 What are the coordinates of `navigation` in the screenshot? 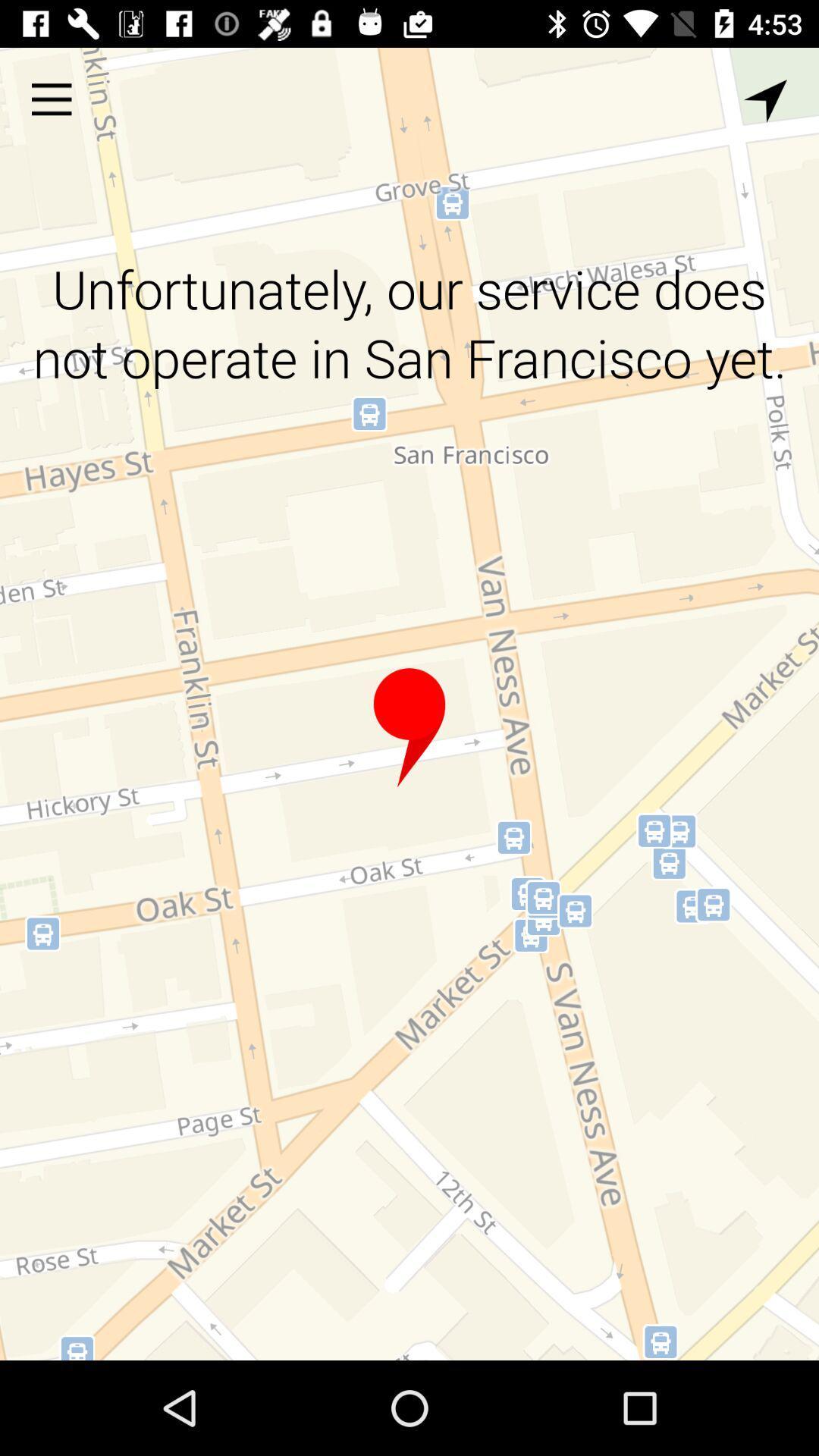 It's located at (765, 100).